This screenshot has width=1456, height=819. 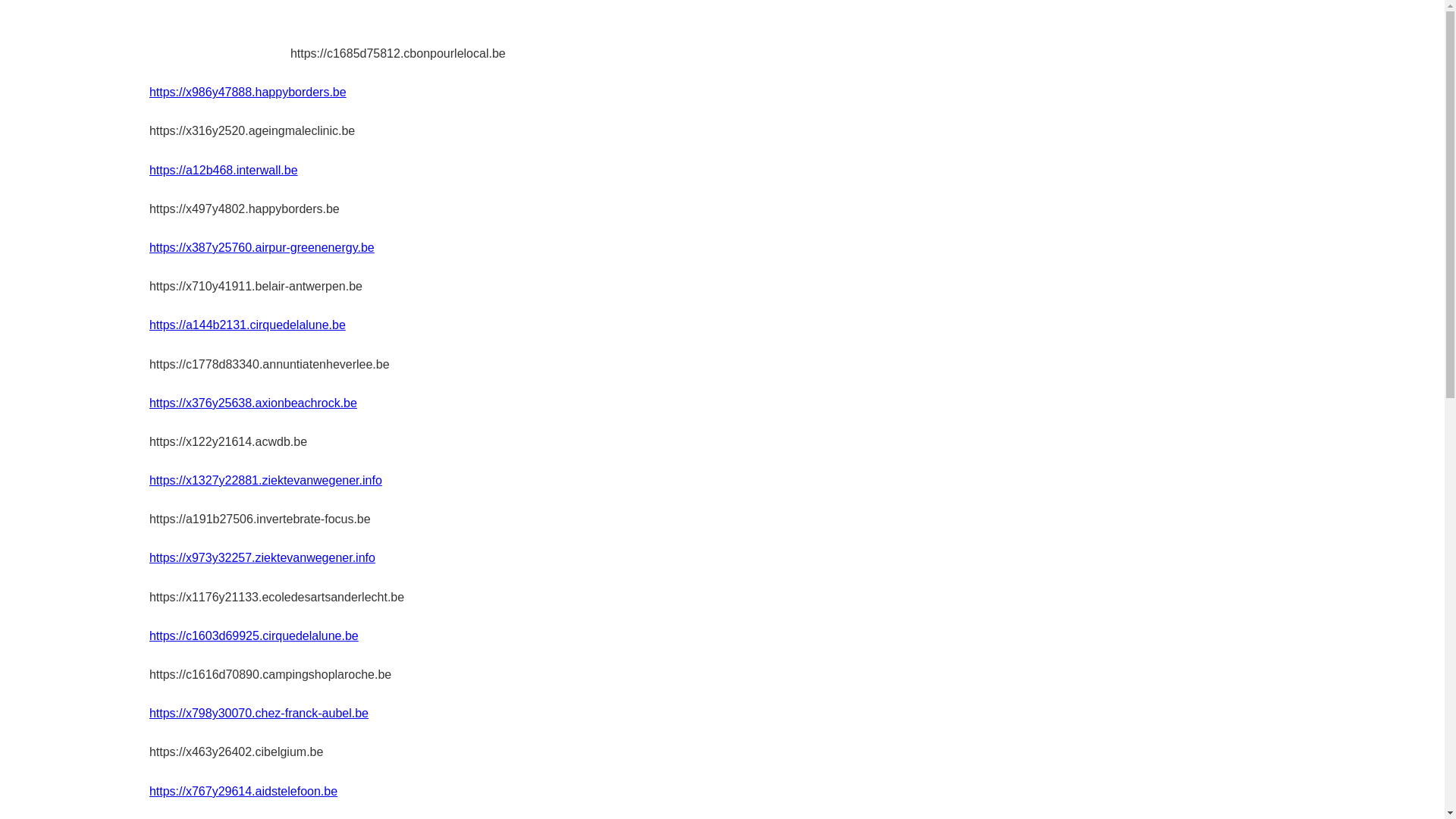 I want to click on 'https://x376y25638.axionbeachrock.be', so click(x=253, y=402).